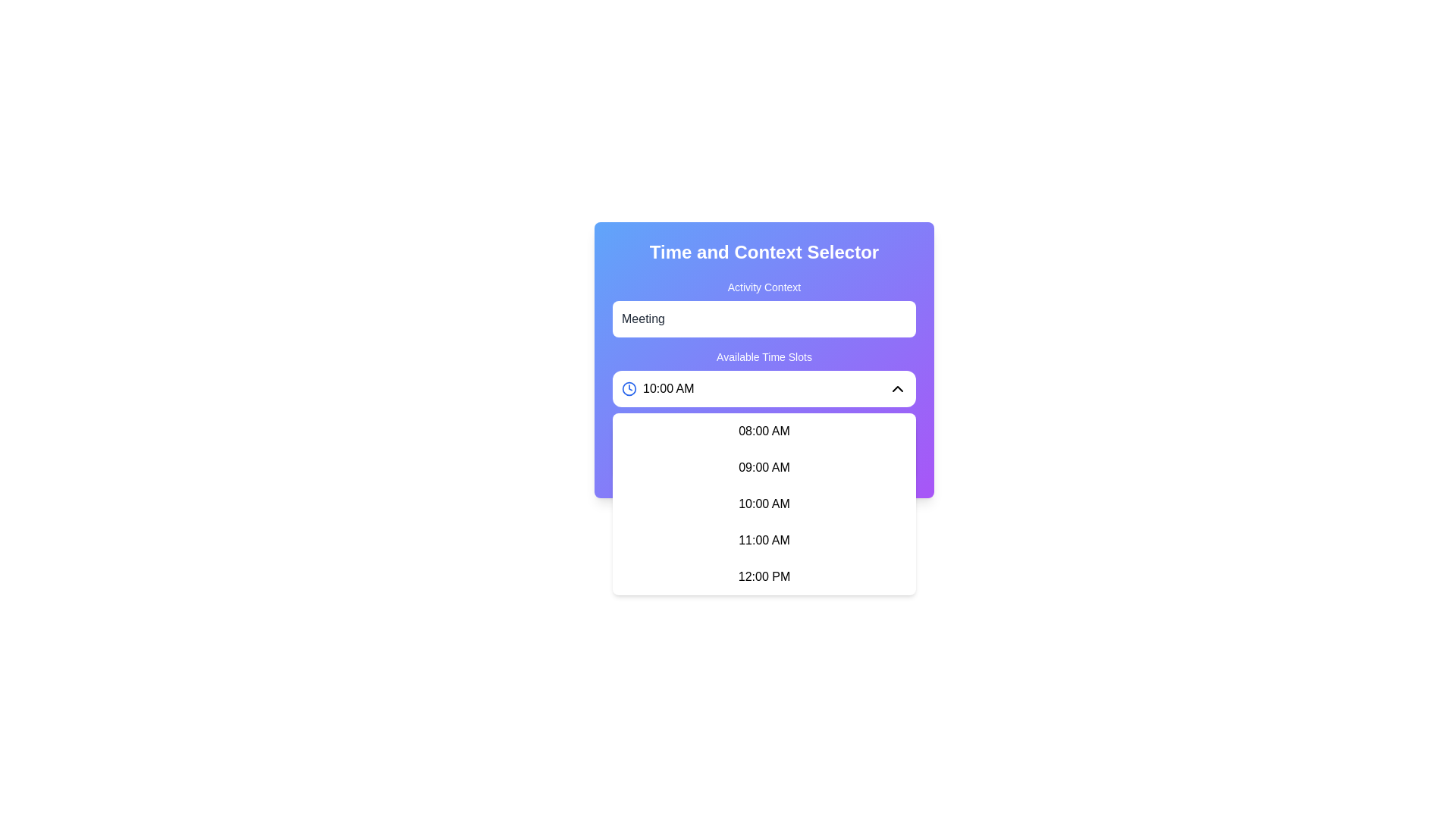 This screenshot has width=1456, height=819. I want to click on the clock icon within the 'Available Time Slots' dropdown, which features a blue circular outline and minimalistic hands, positioned next to the '10:00 AM' text, so click(629, 388).